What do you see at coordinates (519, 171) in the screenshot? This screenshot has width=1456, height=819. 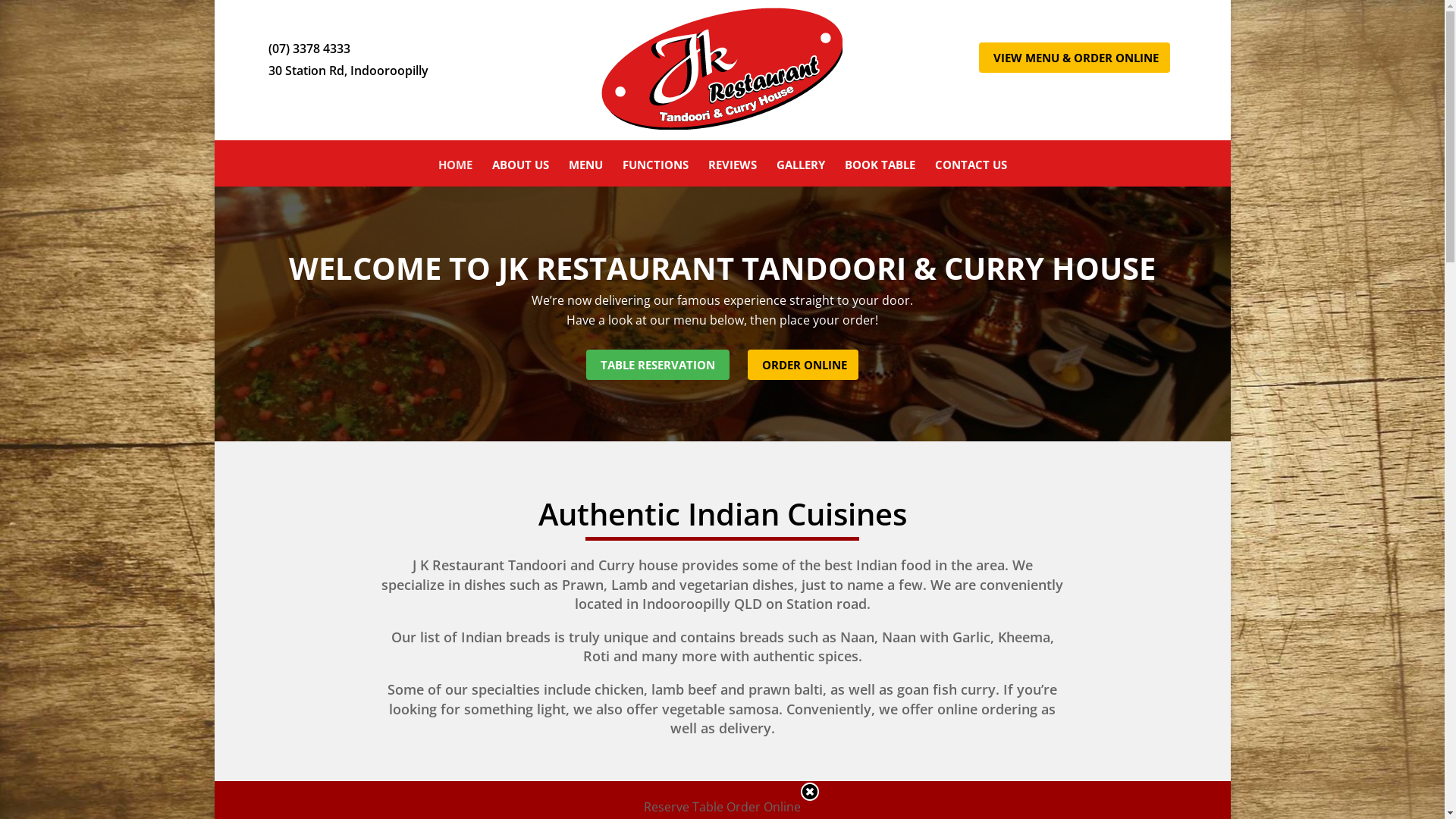 I see `'ABOUT US'` at bounding box center [519, 171].